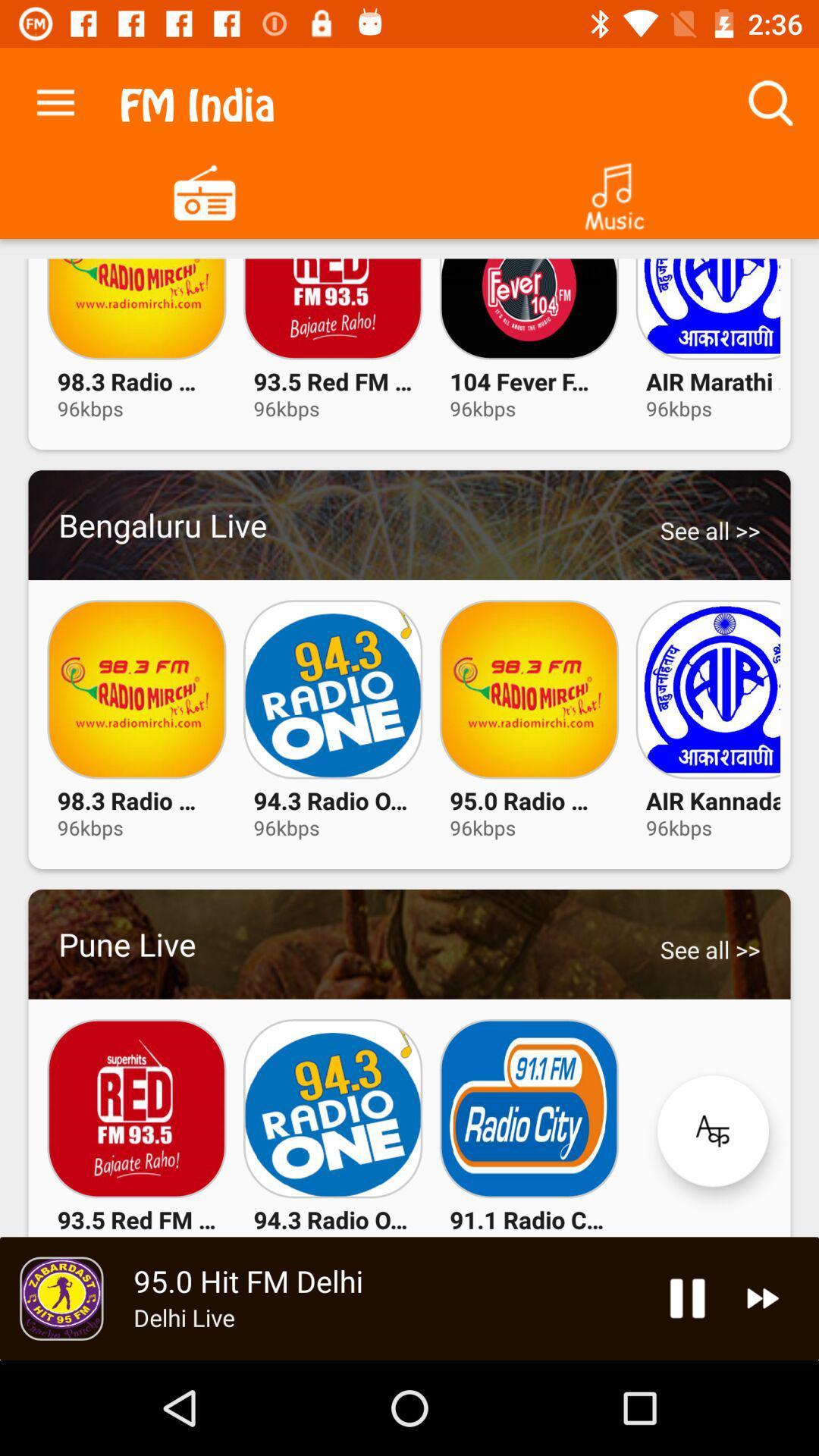 The width and height of the screenshot is (819, 1456). I want to click on pause audio, so click(687, 1298).